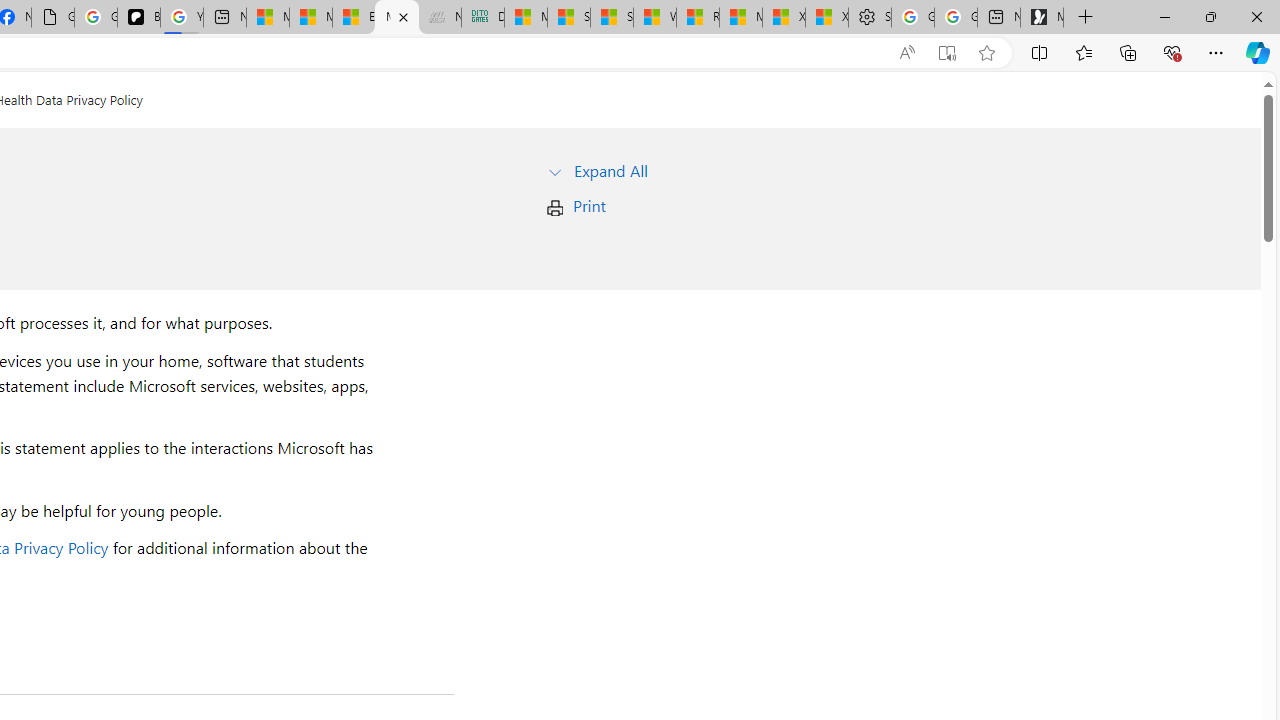 The height and width of the screenshot is (720, 1280). What do you see at coordinates (53, 17) in the screenshot?
I see `'Google Analytics Opt-out Browser Add-on Download Page'` at bounding box center [53, 17].